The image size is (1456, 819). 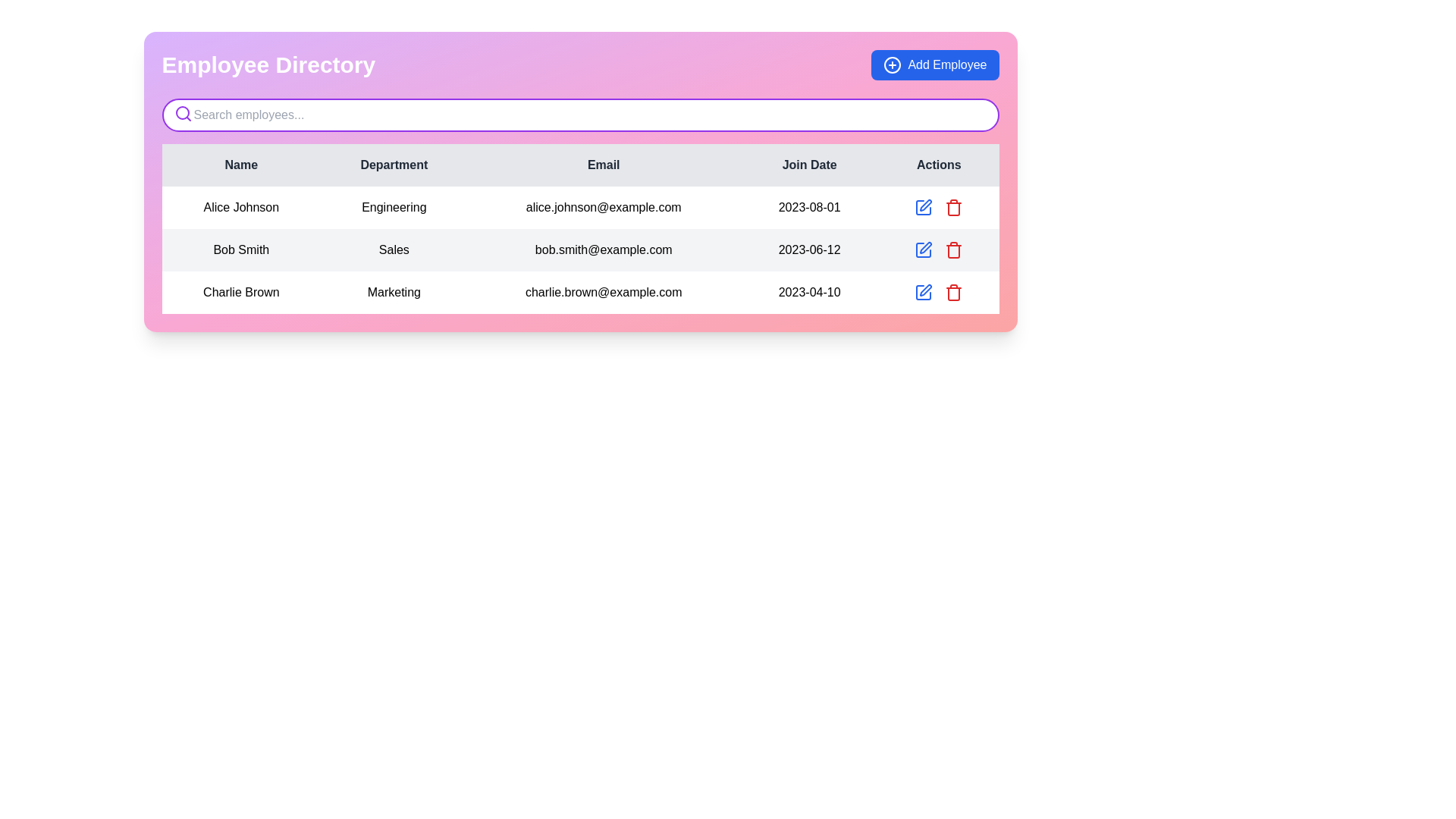 What do you see at coordinates (923, 207) in the screenshot?
I see `the 'Edit' icon button located in the first row of the 'Actions' column for 'Alice Johnson' in the 'Engineering' department` at bounding box center [923, 207].